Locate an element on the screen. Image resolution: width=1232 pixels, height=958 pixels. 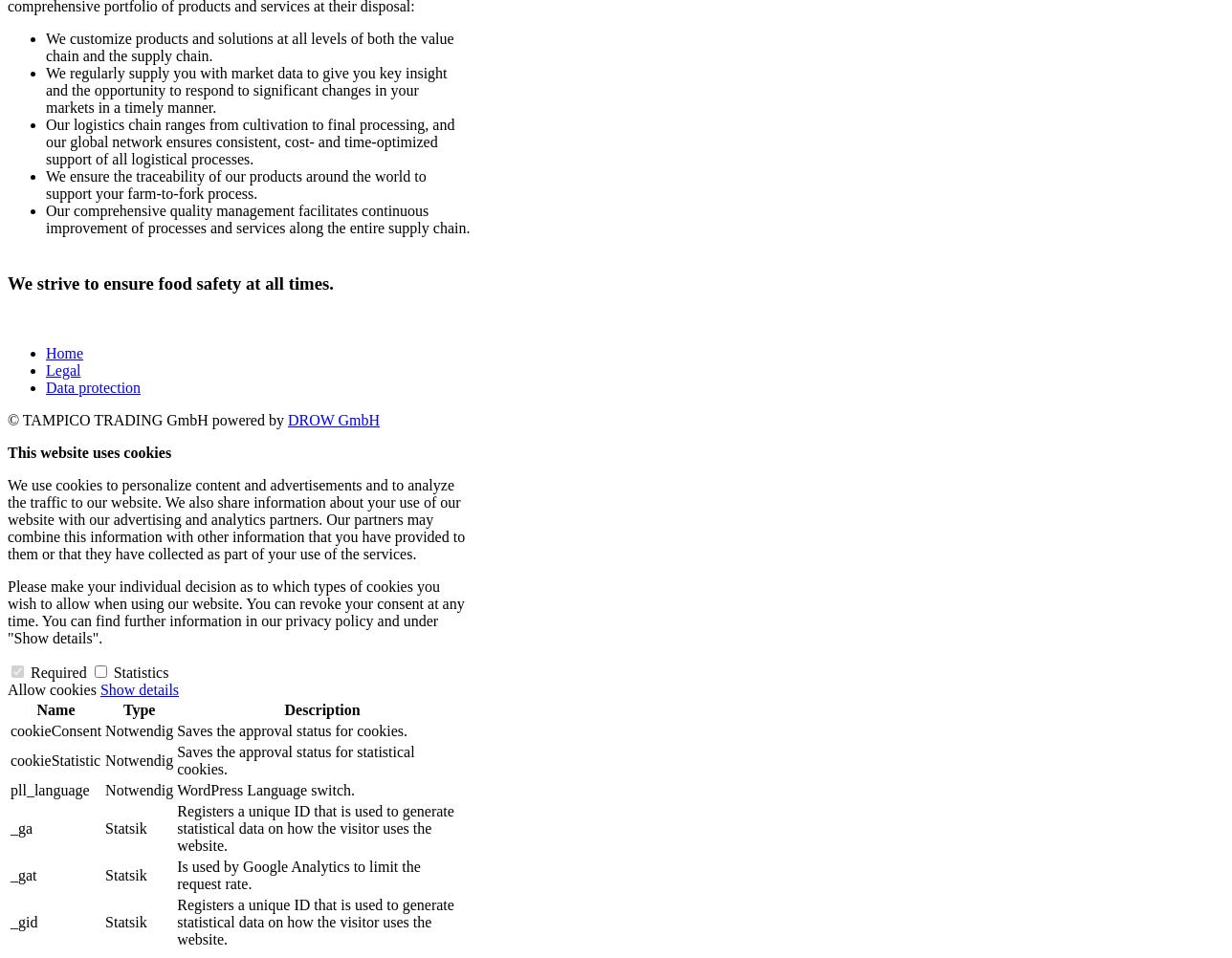
'Show details' is located at coordinates (139, 689).